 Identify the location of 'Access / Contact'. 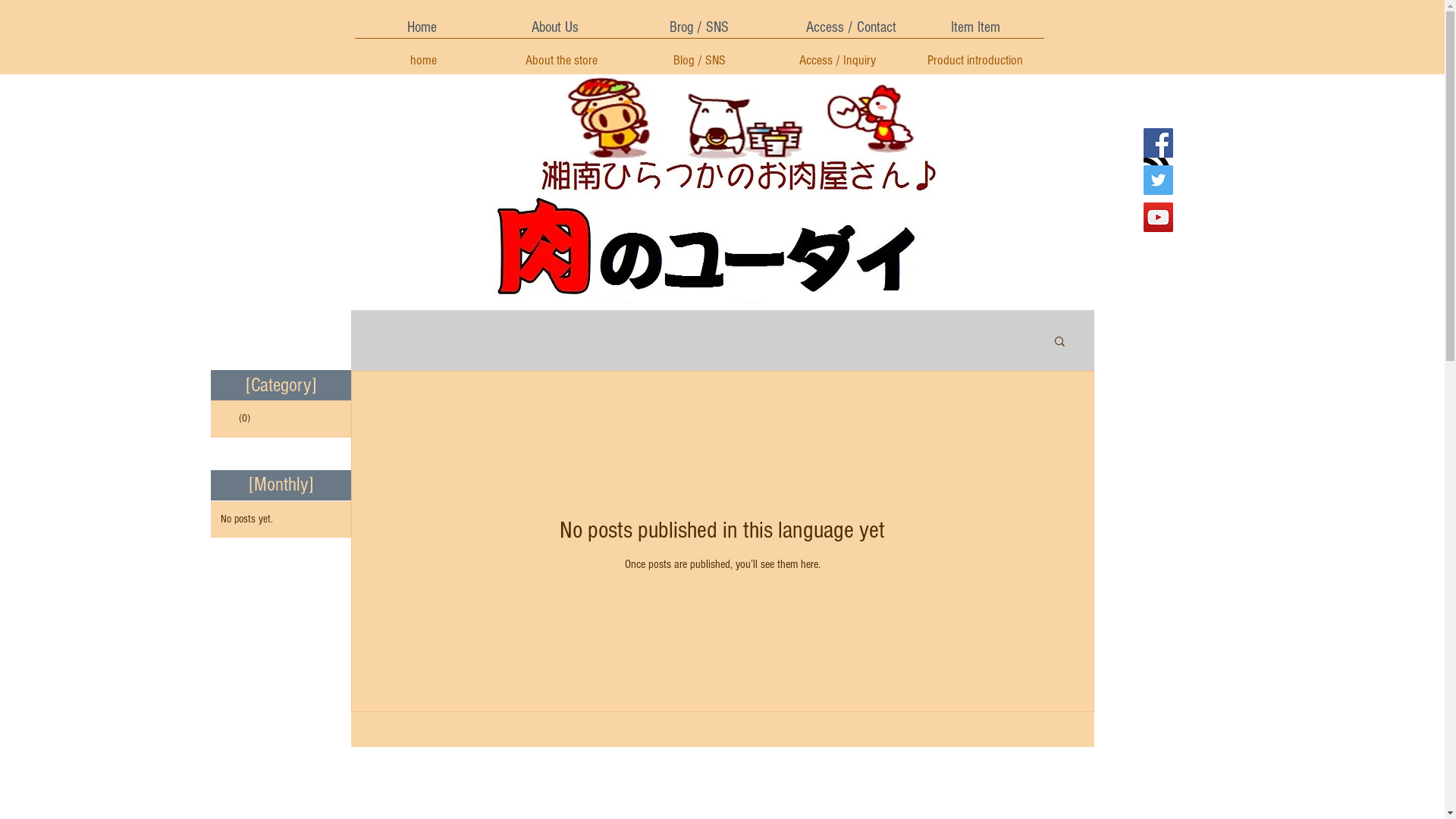
(793, 27).